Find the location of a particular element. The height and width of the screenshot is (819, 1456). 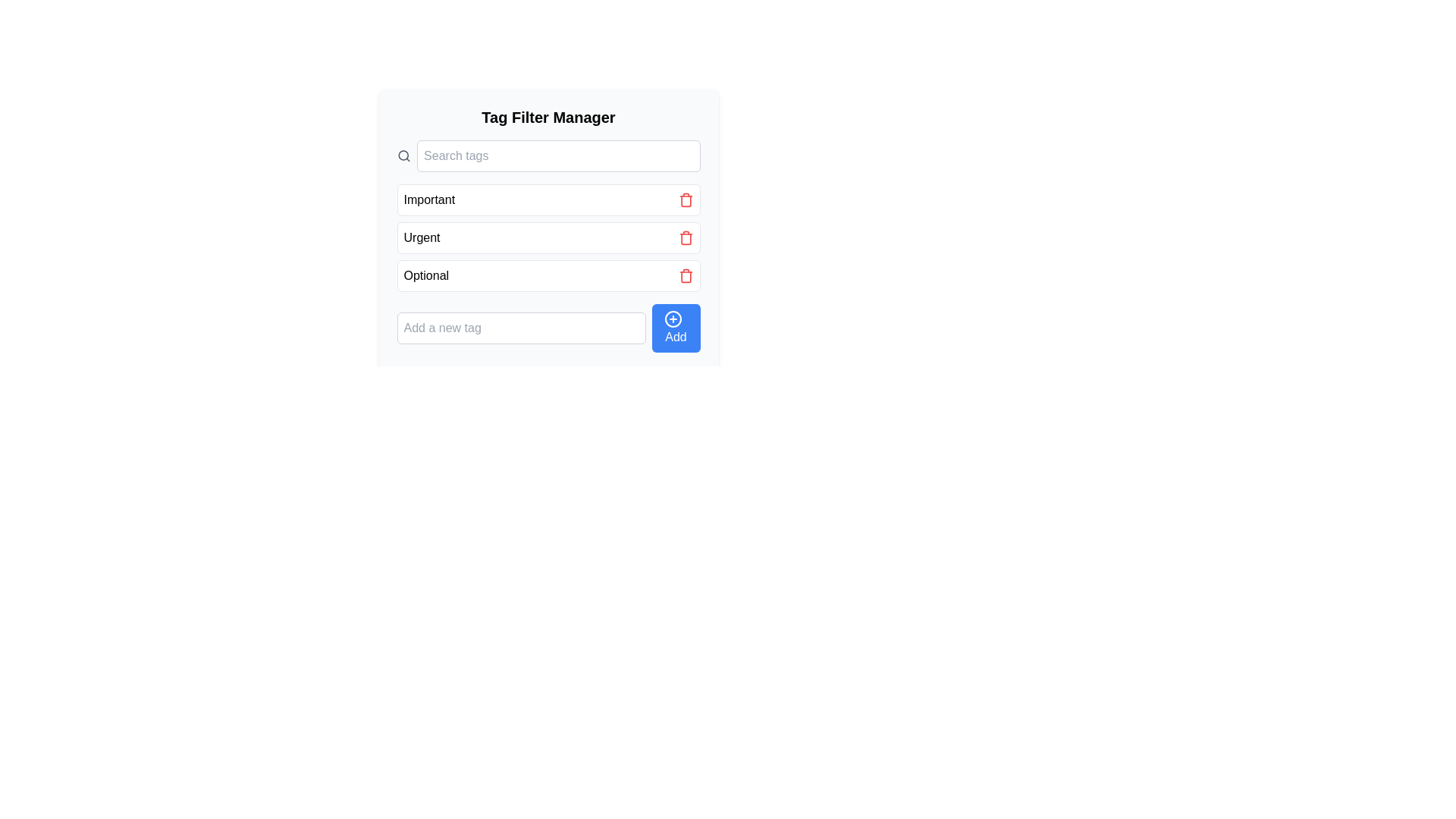

the submit button located at the far-right side of the layout to observe hover effects is located at coordinates (675, 327).